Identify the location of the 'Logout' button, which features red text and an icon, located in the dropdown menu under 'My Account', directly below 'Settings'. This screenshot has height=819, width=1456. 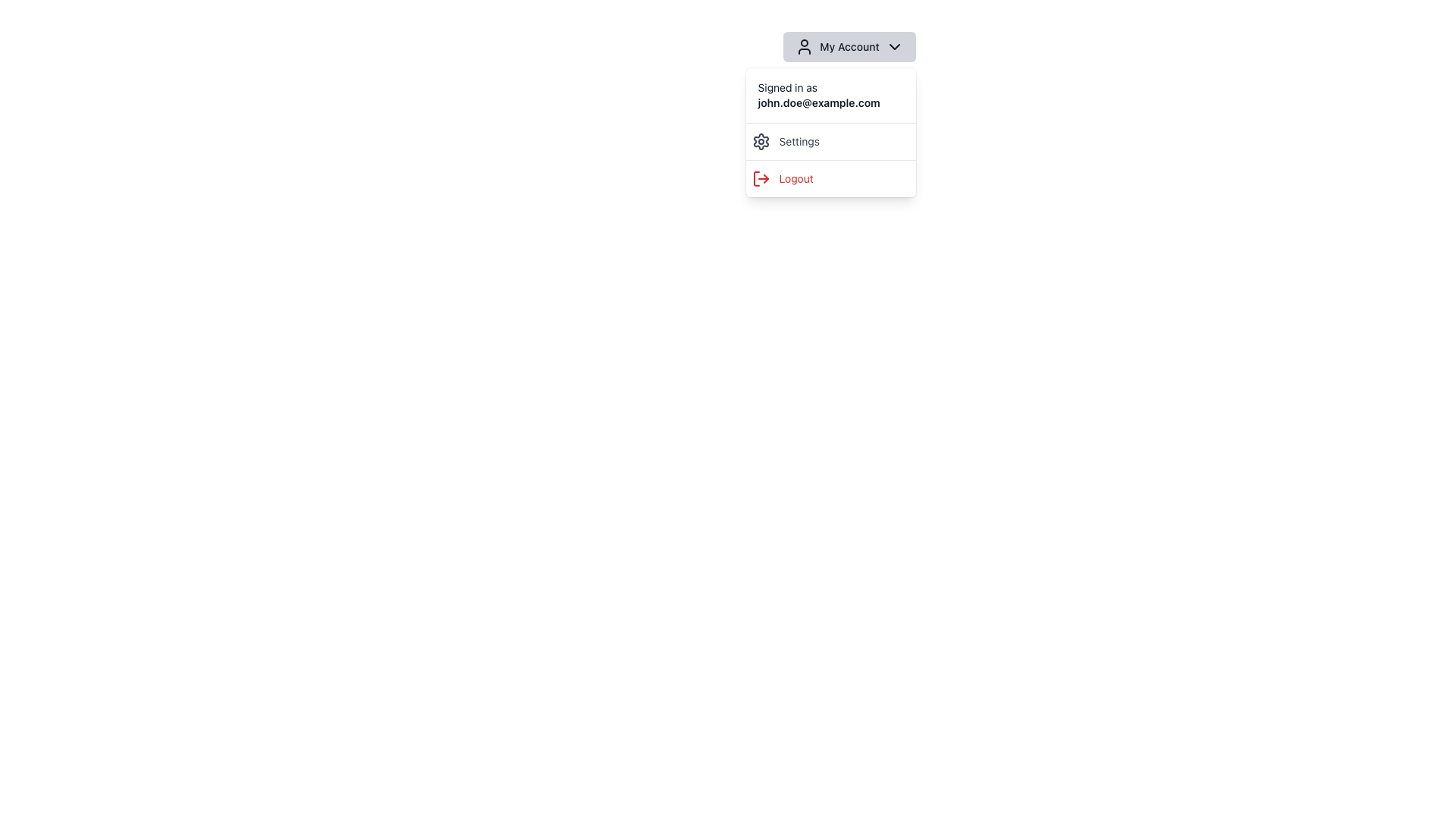
(830, 177).